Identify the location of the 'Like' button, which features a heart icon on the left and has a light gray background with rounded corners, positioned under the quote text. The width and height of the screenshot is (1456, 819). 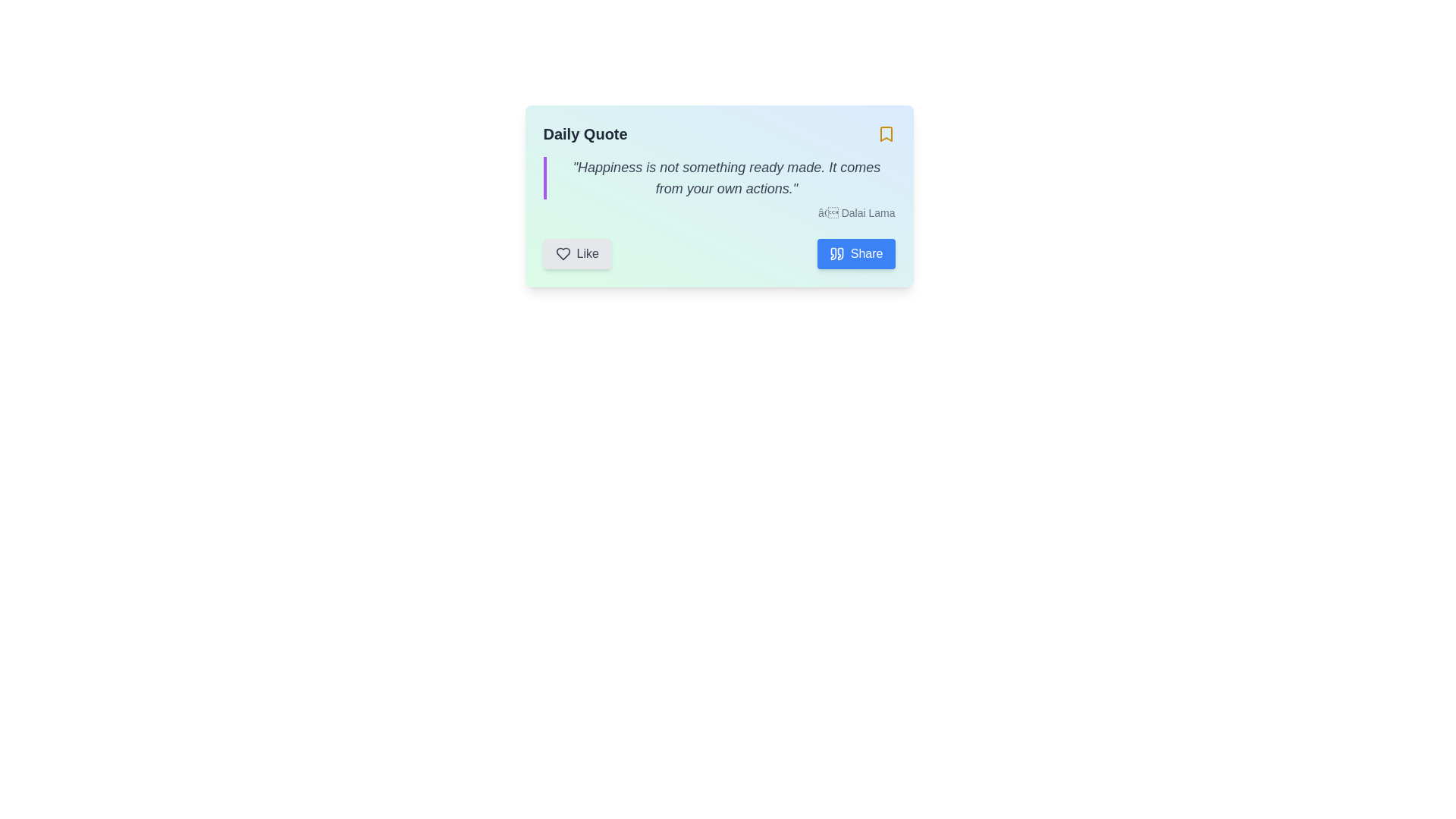
(576, 253).